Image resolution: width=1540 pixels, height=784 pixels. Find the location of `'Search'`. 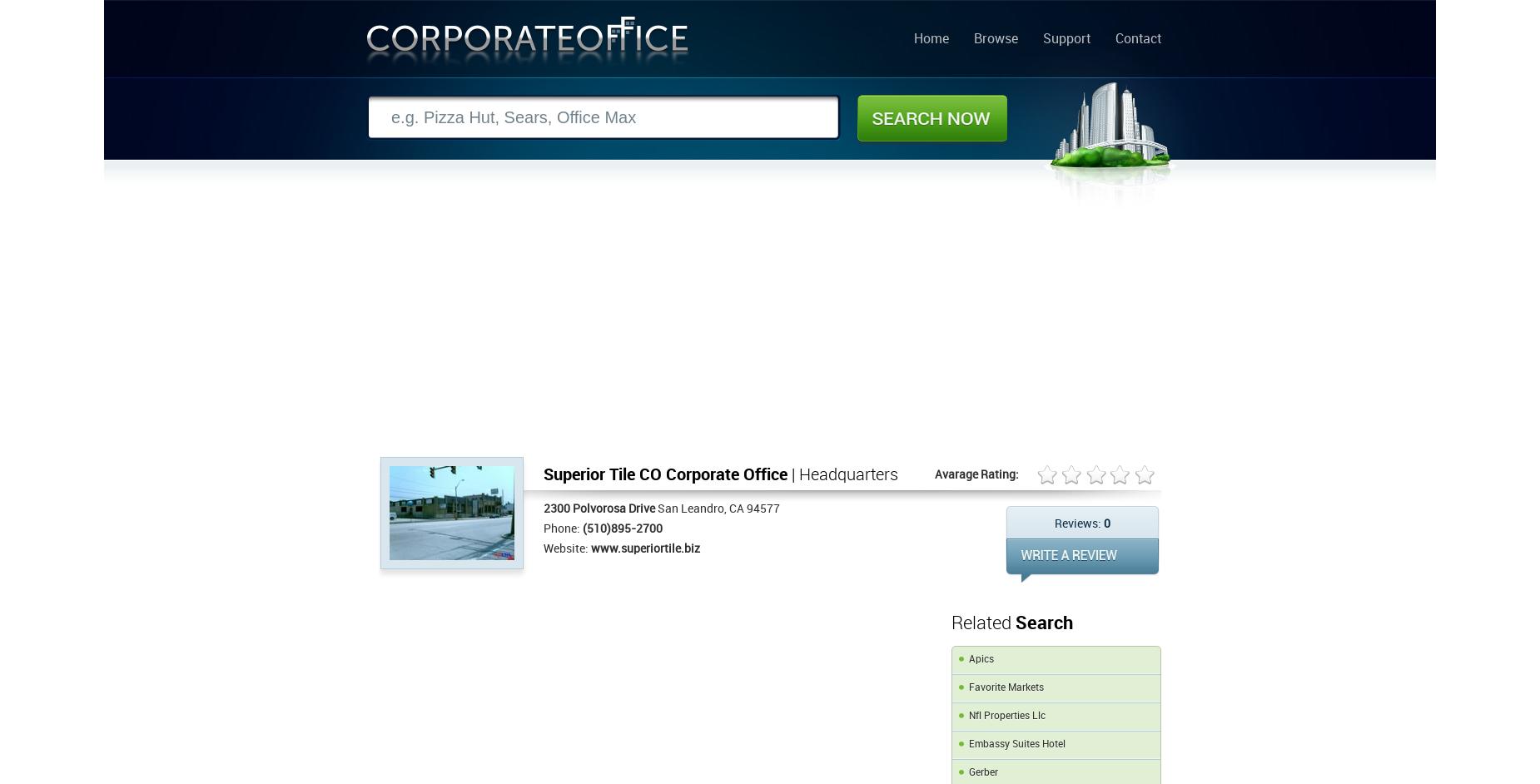

'Search' is located at coordinates (1043, 623).